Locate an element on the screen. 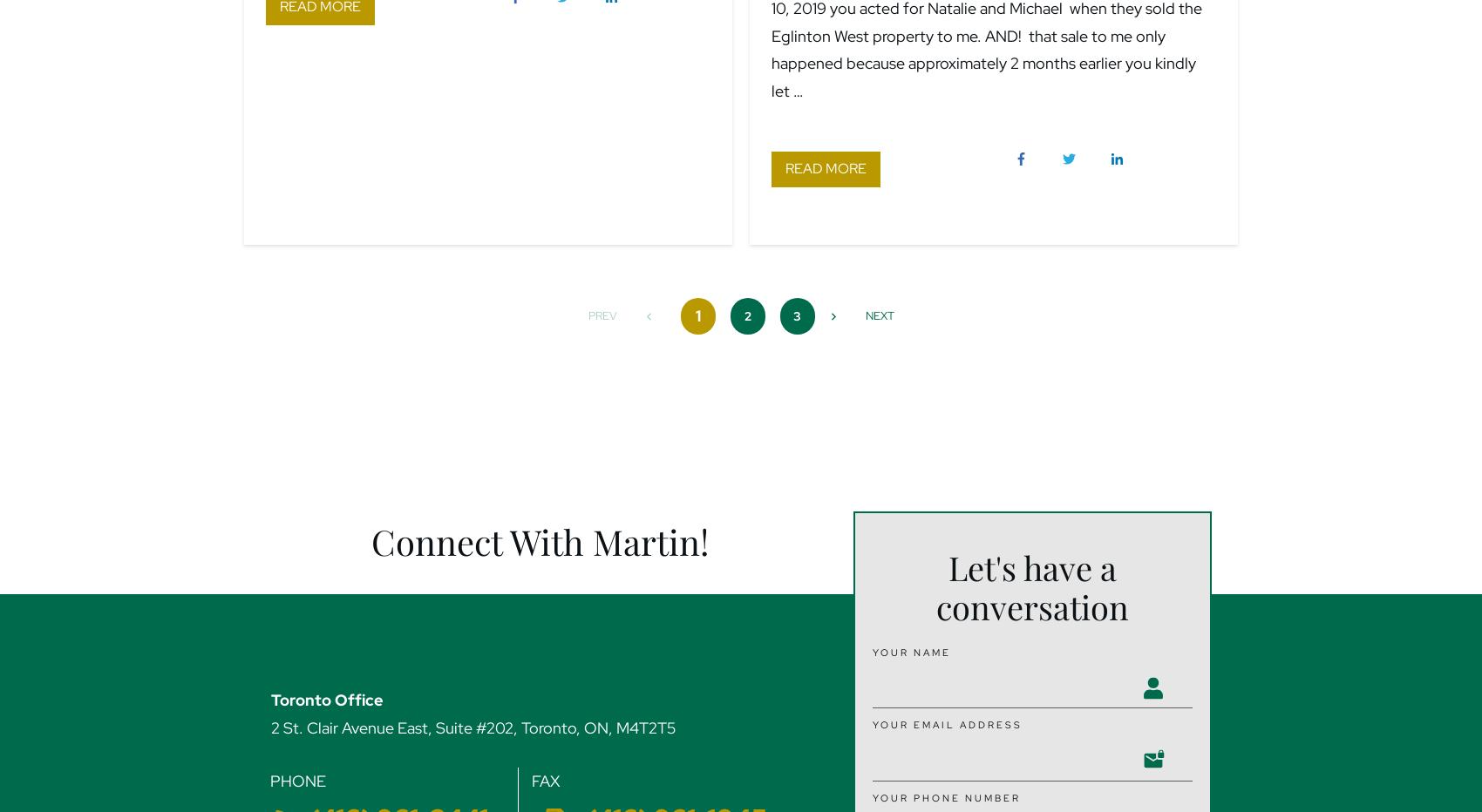  'Let's have a conversation' is located at coordinates (1031, 587).